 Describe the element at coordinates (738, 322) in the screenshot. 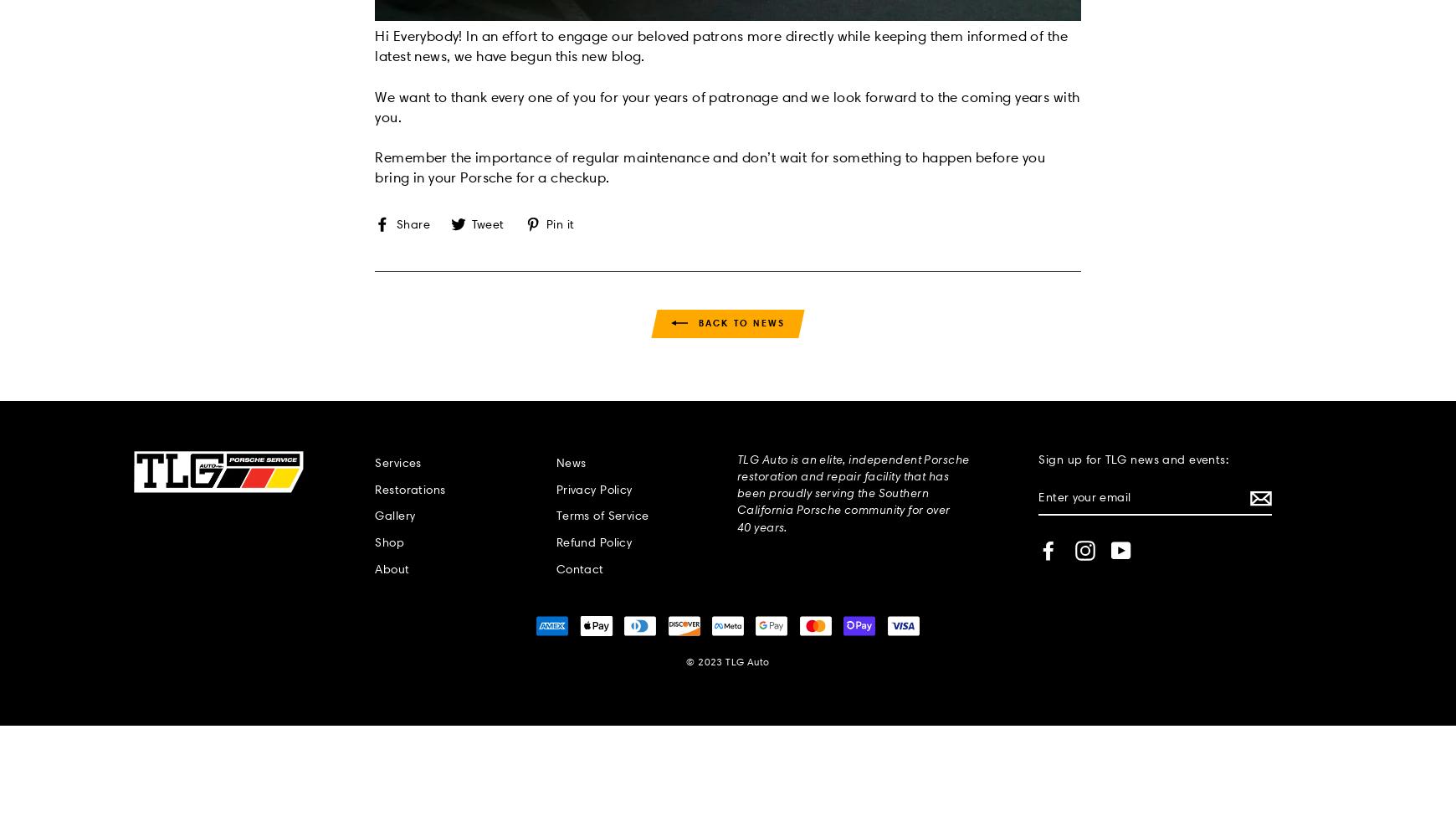

I see `'Back to News'` at that location.